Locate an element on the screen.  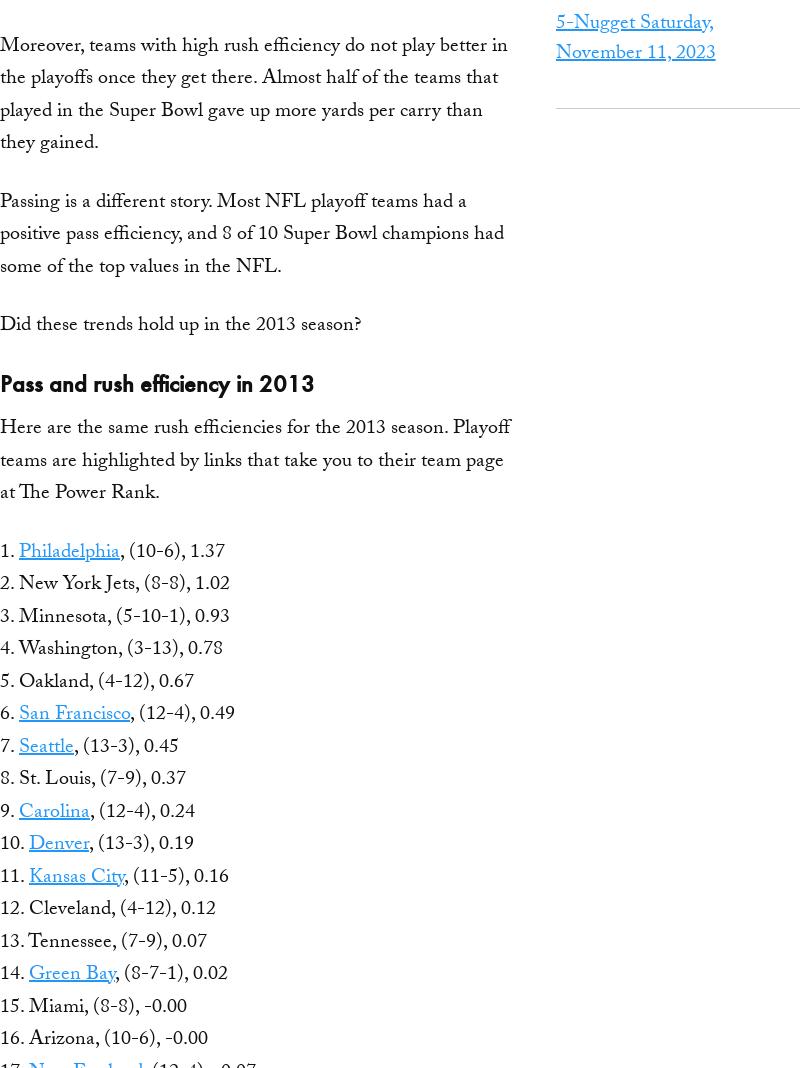
'Moreover, teams with high rush efficiency do not play better in the playoffs once they get there.  Almost half of the teams that played in the Super Bowl gave up more yards per carry than they gained.' is located at coordinates (253, 95).